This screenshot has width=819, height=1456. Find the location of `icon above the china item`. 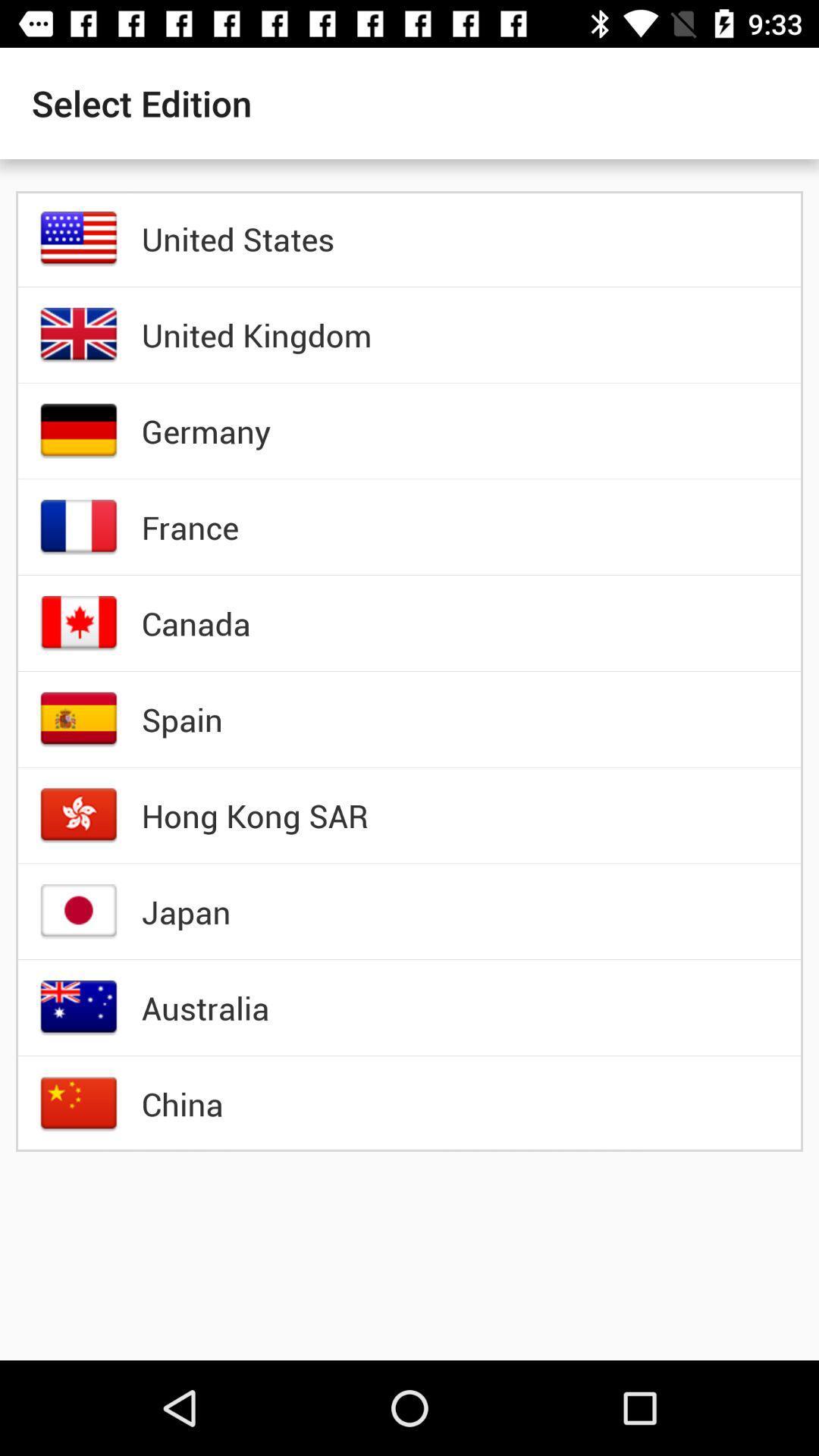

icon above the china item is located at coordinates (206, 1008).